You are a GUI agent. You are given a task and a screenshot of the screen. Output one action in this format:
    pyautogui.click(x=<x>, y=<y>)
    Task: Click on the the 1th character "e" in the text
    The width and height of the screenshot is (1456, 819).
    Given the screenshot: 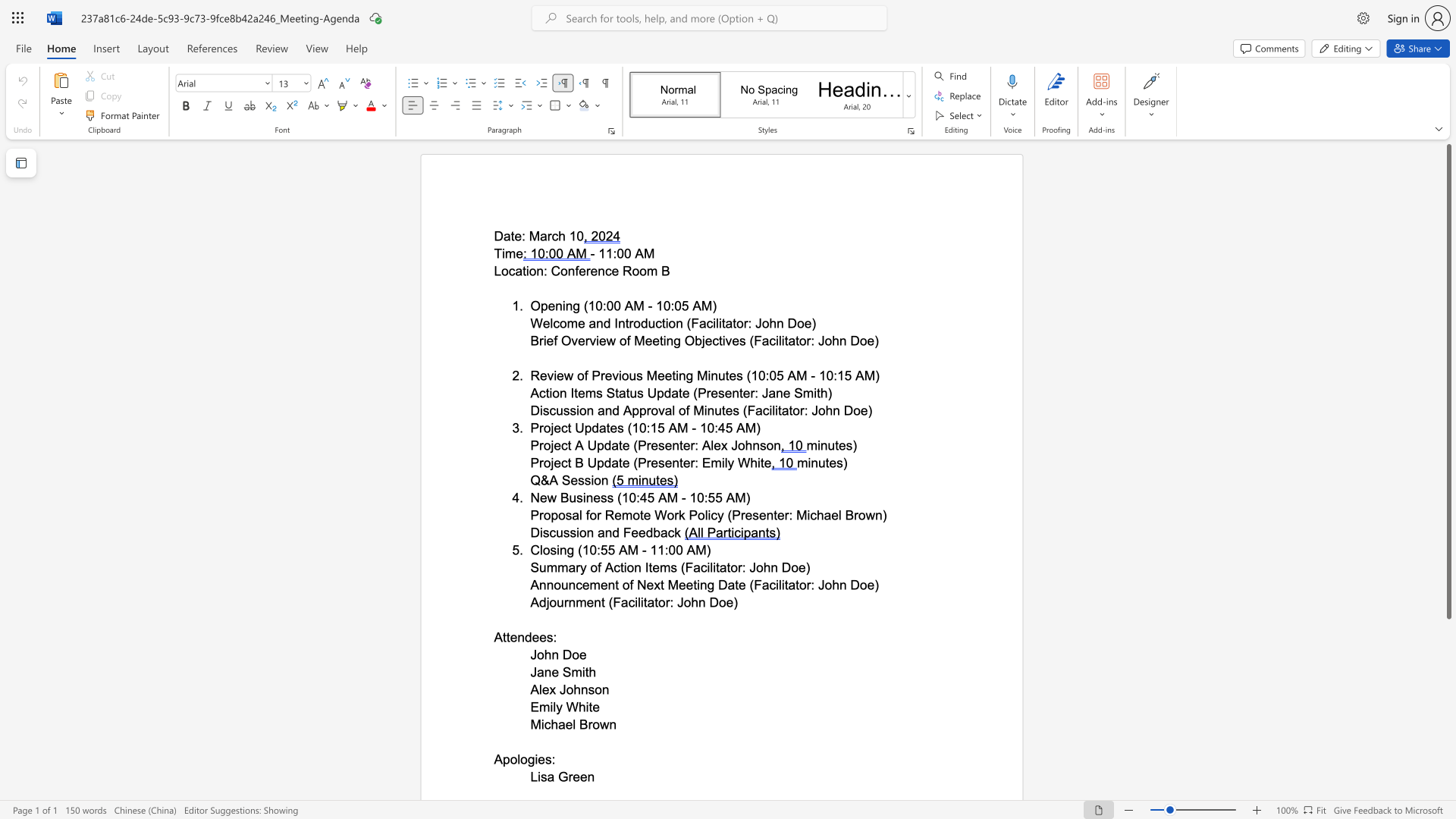 What is the action you would take?
    pyautogui.click(x=573, y=480)
    